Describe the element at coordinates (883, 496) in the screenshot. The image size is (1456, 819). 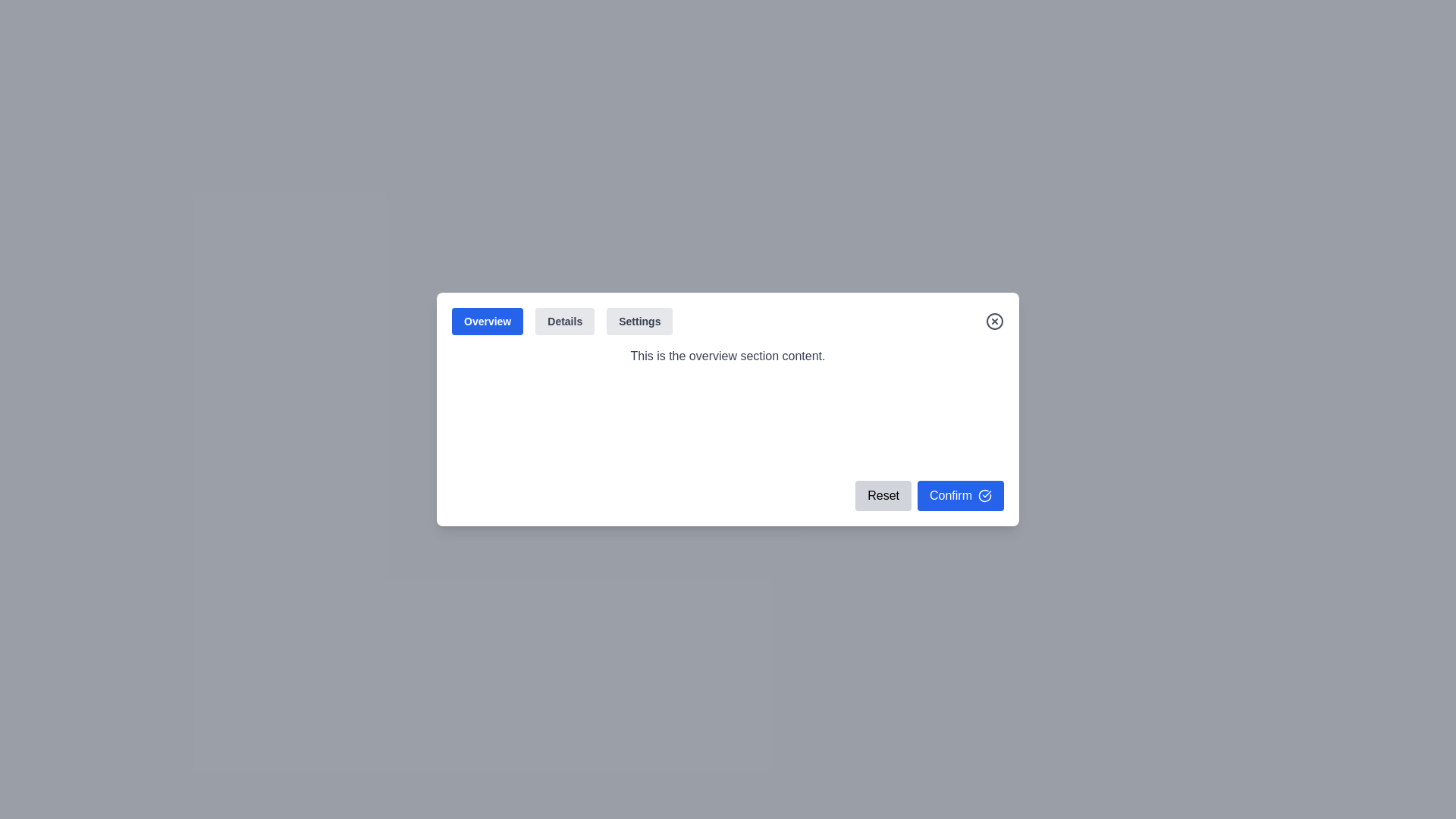
I see `'Reset' button to reset the dialog to the 'Overview' tab` at that location.